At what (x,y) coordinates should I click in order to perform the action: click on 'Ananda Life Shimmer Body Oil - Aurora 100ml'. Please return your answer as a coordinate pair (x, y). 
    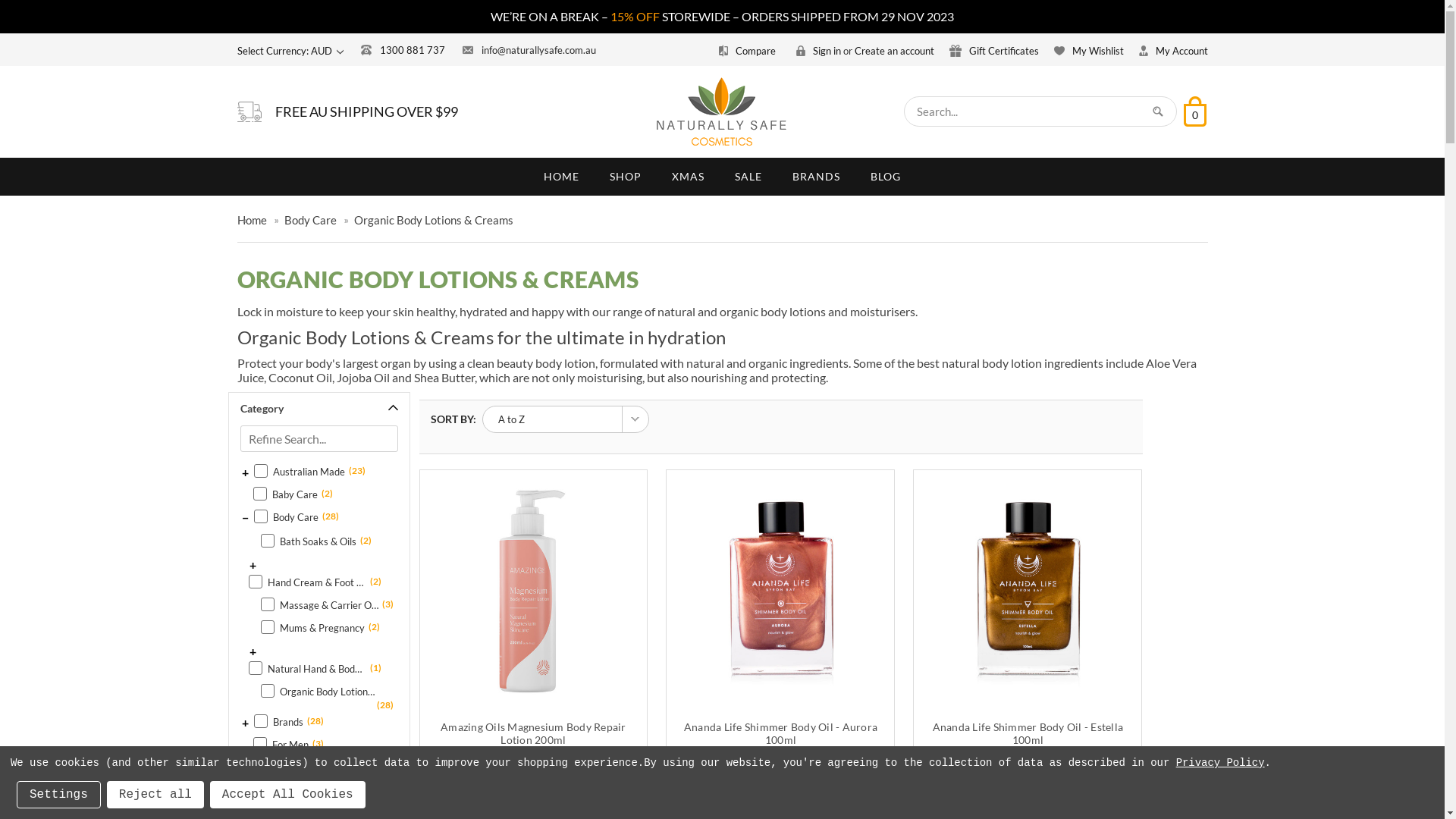
    Looking at the image, I should click on (780, 590).